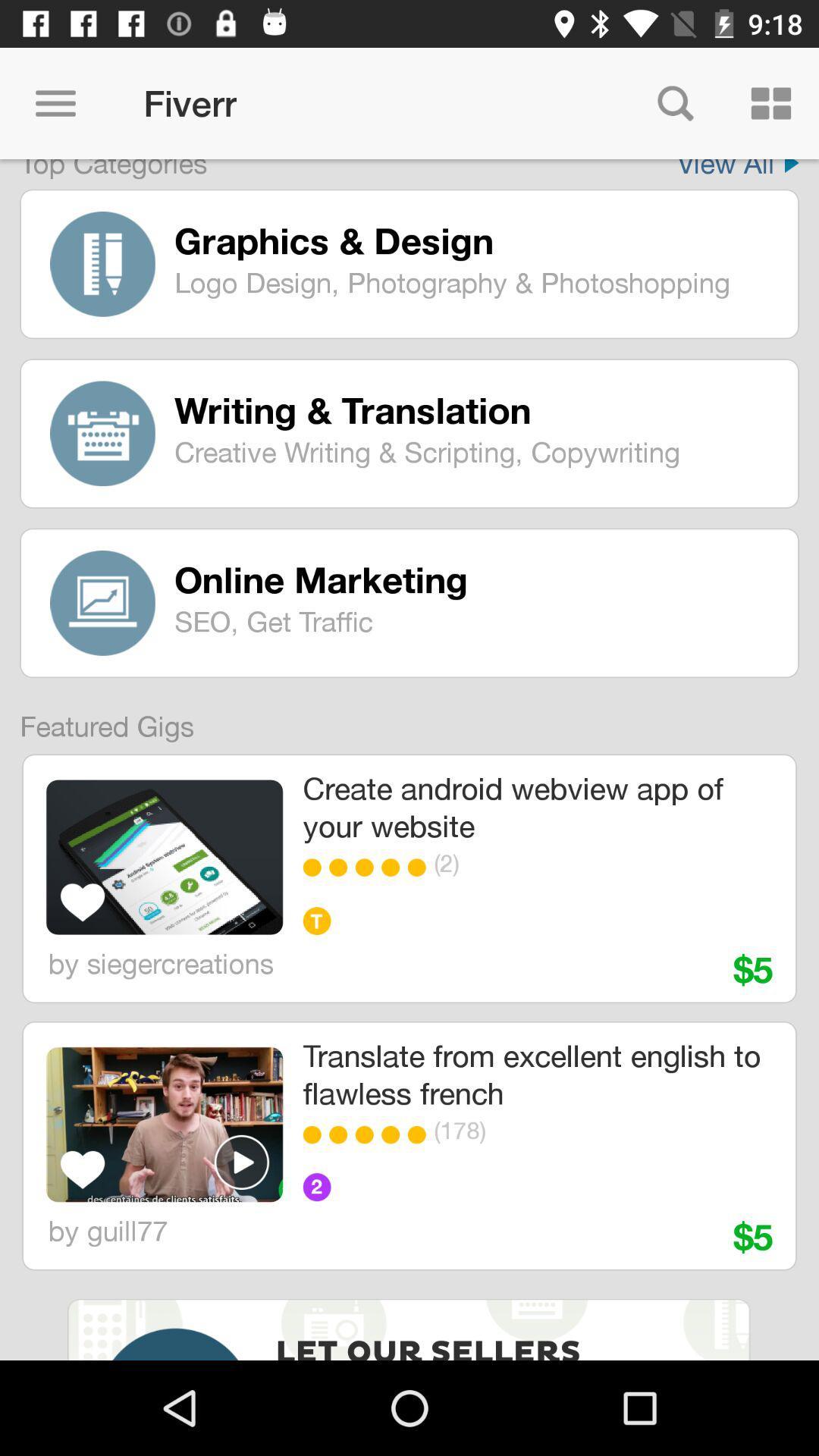  What do you see at coordinates (579, 1130) in the screenshot?
I see `icon above the $5 item` at bounding box center [579, 1130].